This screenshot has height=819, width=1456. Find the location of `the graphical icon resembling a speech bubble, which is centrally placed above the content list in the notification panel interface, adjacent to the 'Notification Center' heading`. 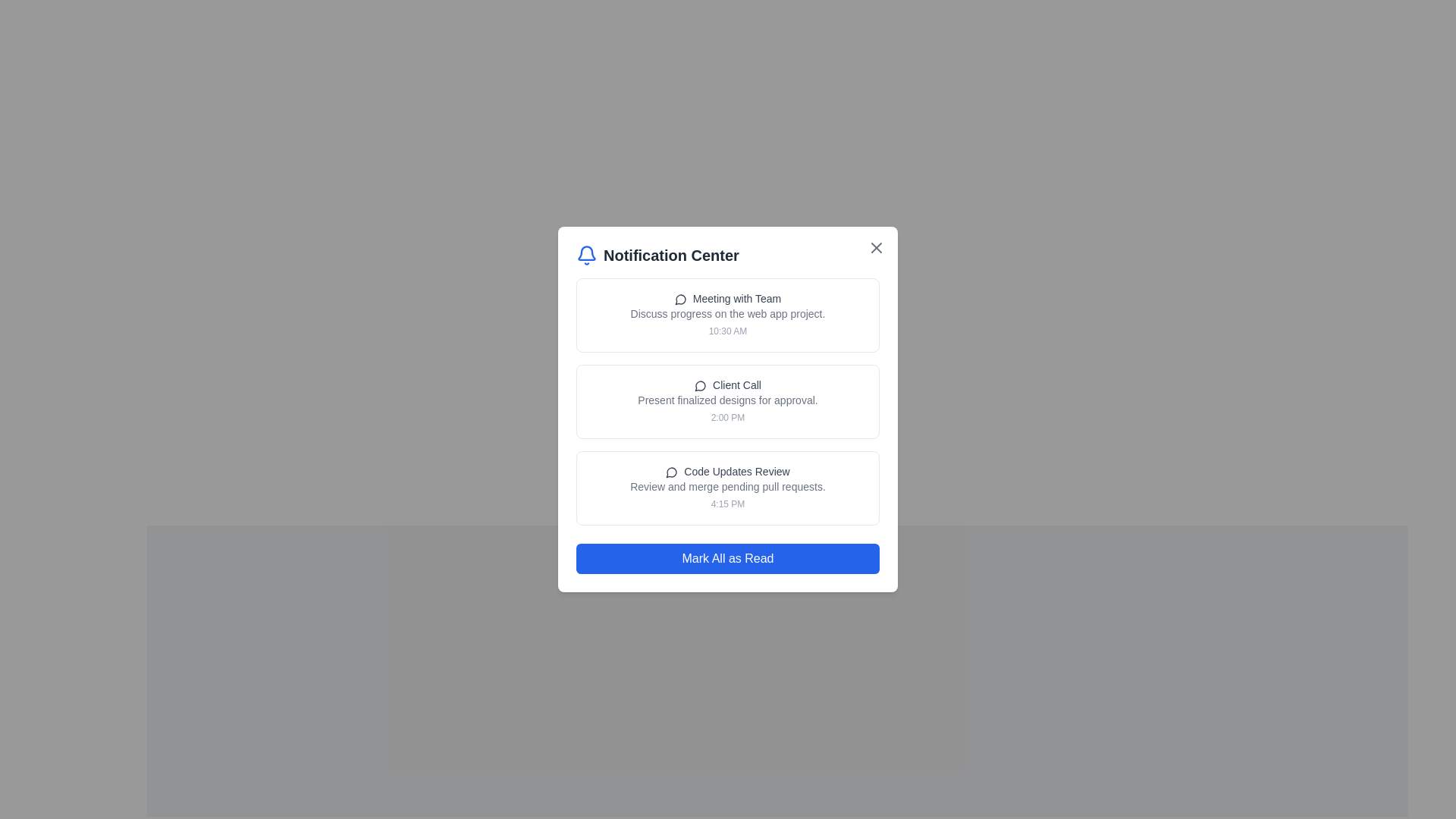

the graphical icon resembling a speech bubble, which is centrally placed above the content list in the notification panel interface, adjacent to the 'Notification Center' heading is located at coordinates (679, 300).